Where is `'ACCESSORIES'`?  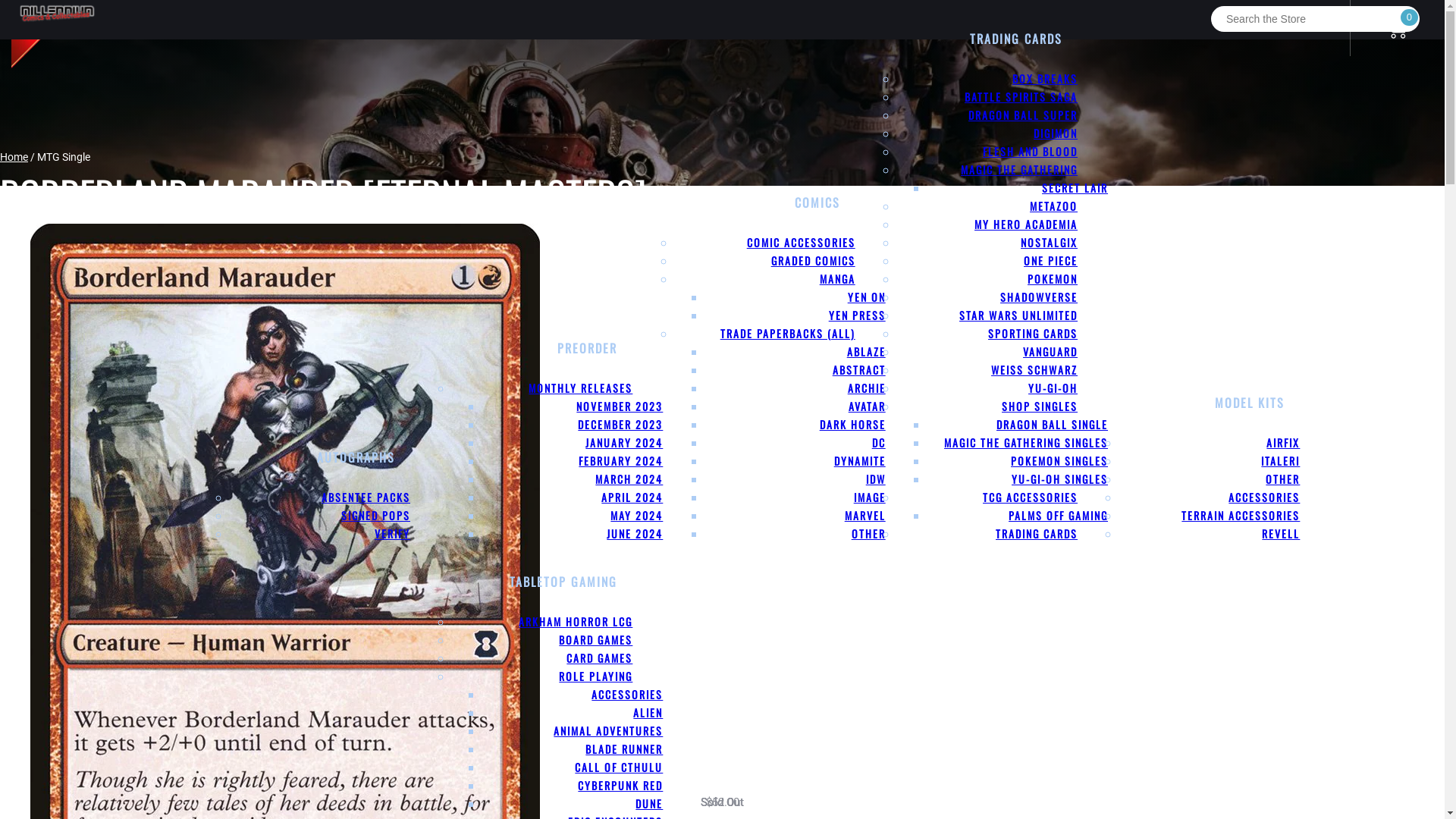
'ACCESSORIES' is located at coordinates (626, 694).